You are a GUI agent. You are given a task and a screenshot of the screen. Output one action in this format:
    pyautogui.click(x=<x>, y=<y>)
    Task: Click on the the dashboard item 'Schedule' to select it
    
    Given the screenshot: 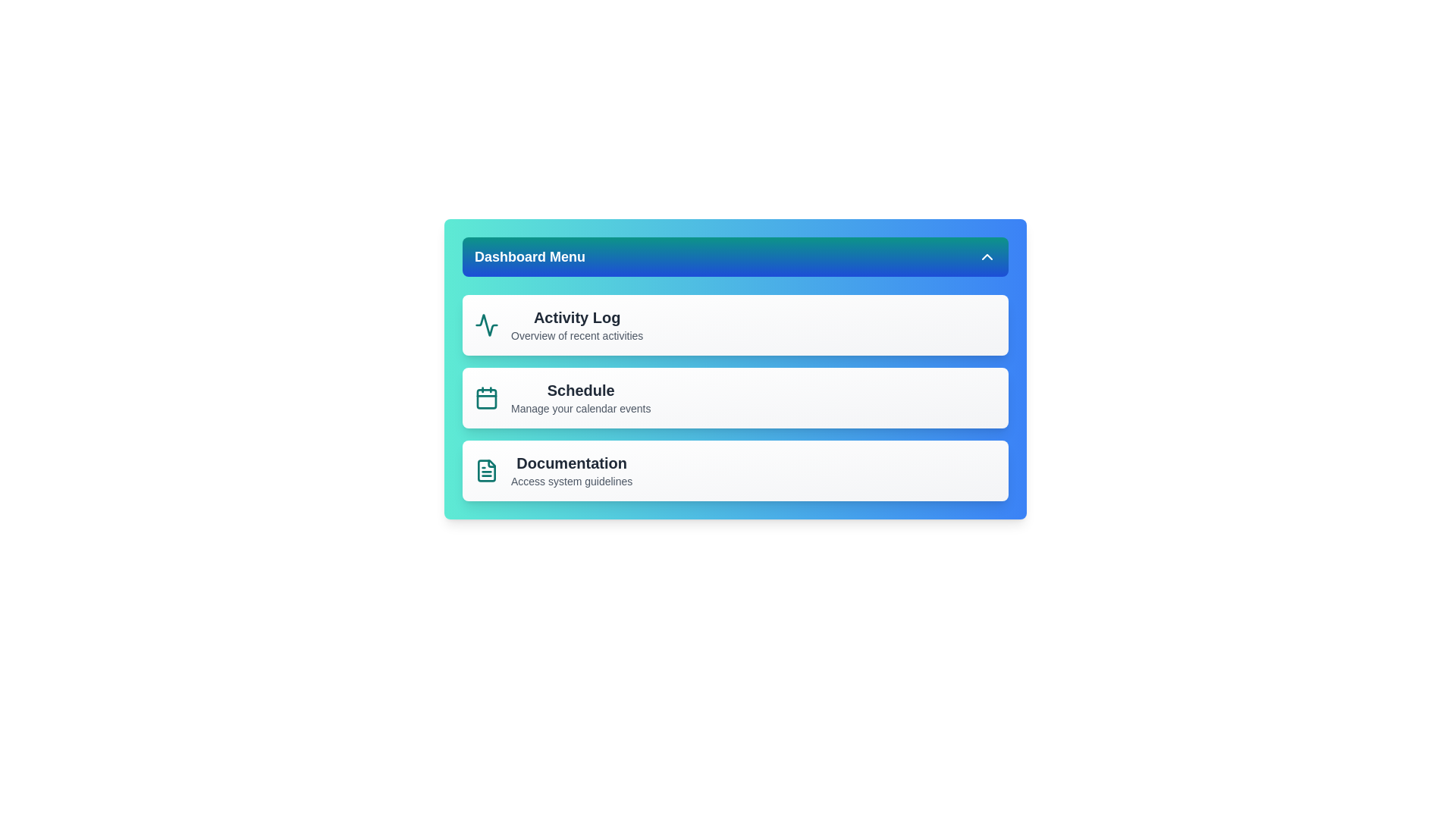 What is the action you would take?
    pyautogui.click(x=735, y=397)
    